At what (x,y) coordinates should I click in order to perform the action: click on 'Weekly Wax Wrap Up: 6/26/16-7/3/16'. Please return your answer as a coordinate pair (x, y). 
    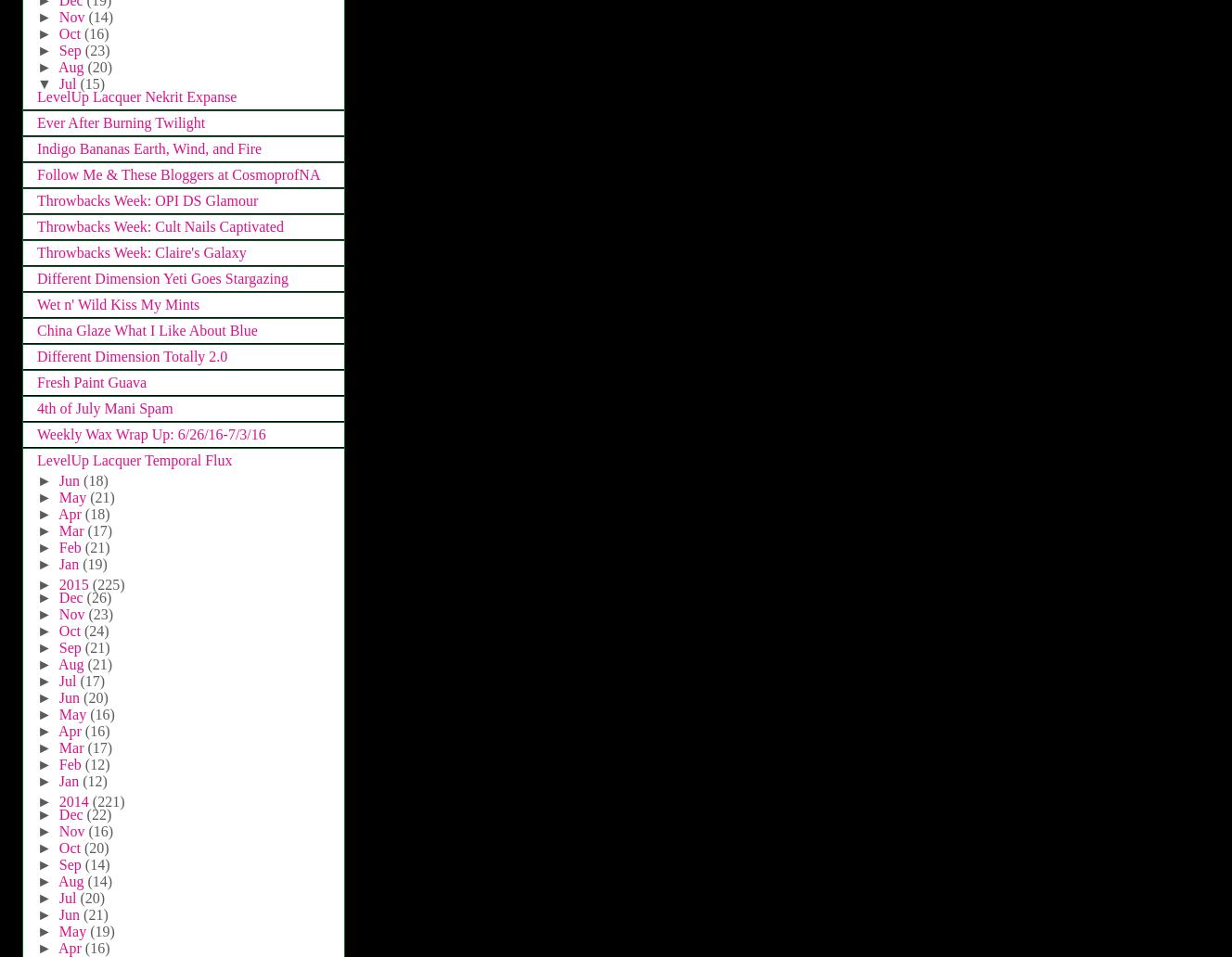
    Looking at the image, I should click on (149, 433).